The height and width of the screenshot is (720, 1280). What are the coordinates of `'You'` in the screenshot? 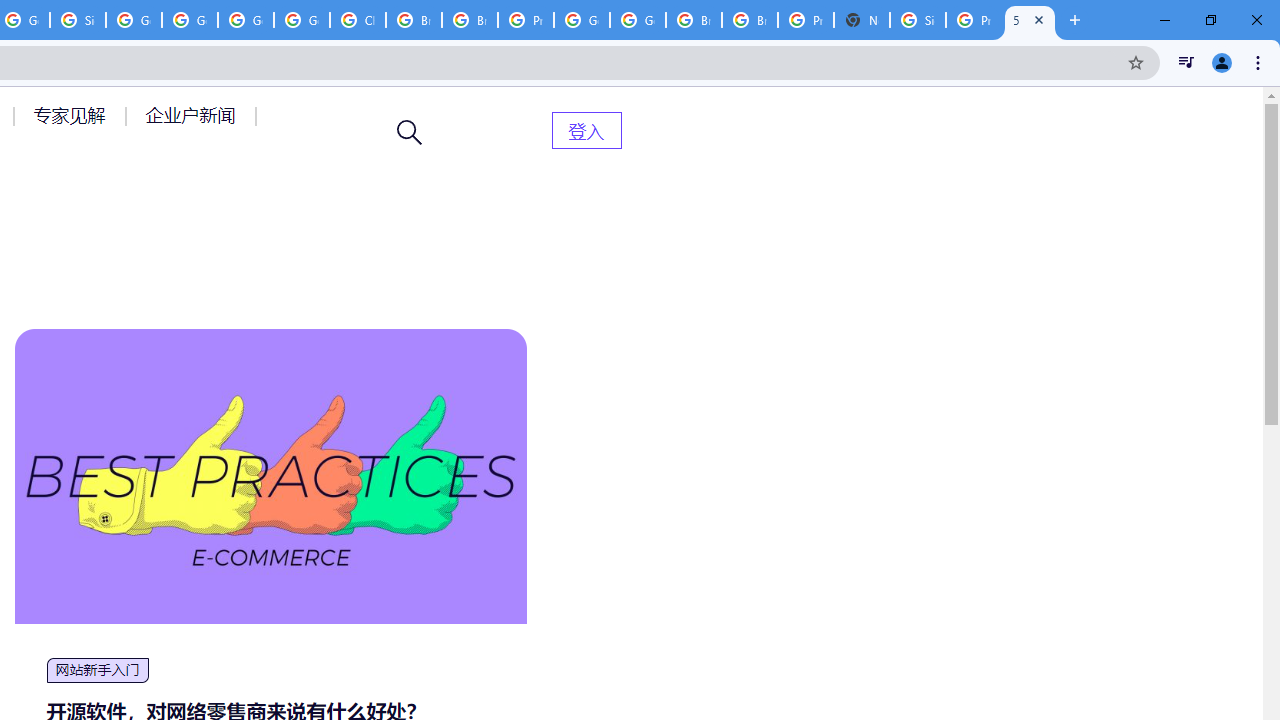 It's located at (1220, 61).